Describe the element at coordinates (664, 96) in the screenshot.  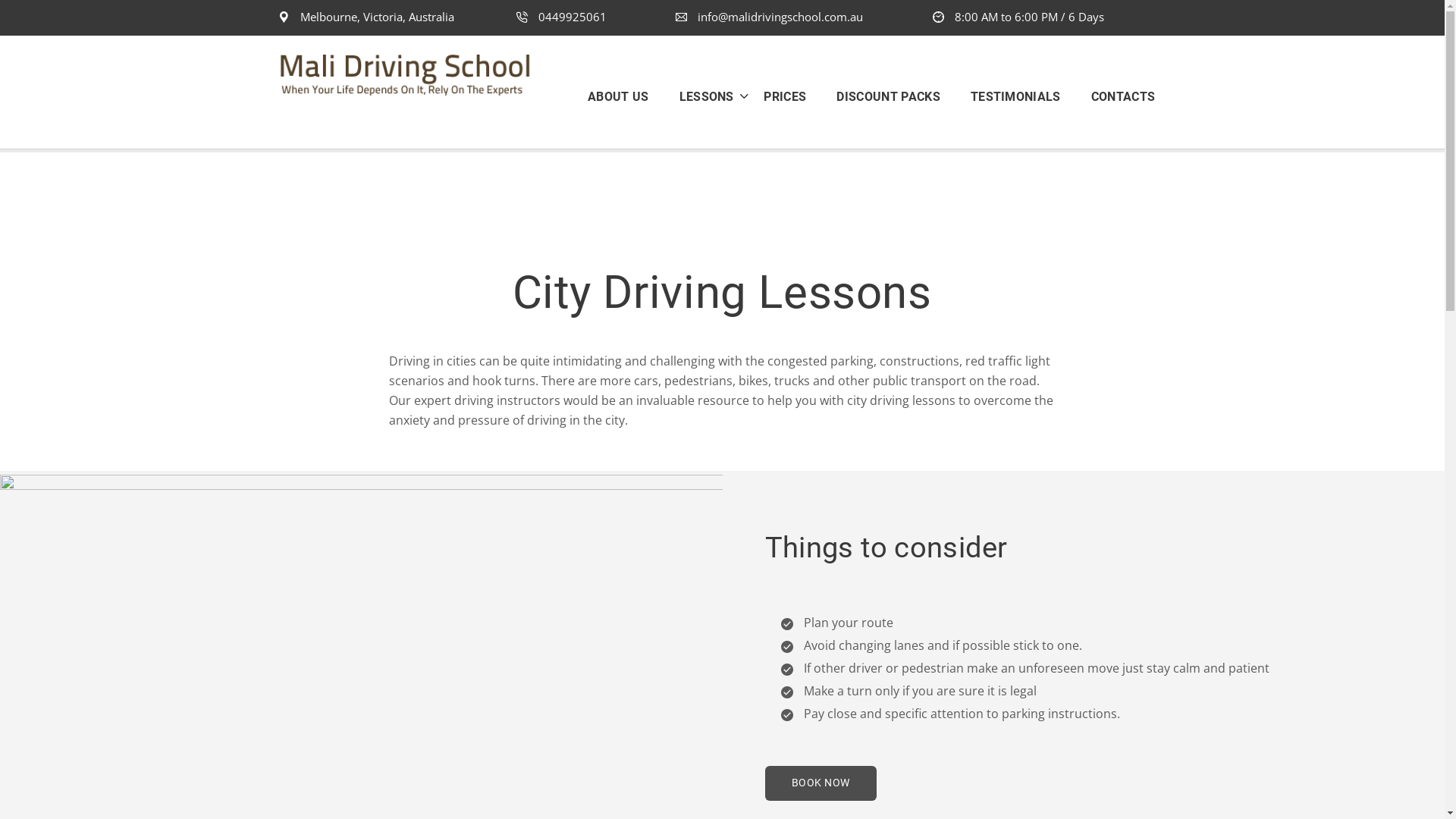
I see `'LESSONS'` at that location.